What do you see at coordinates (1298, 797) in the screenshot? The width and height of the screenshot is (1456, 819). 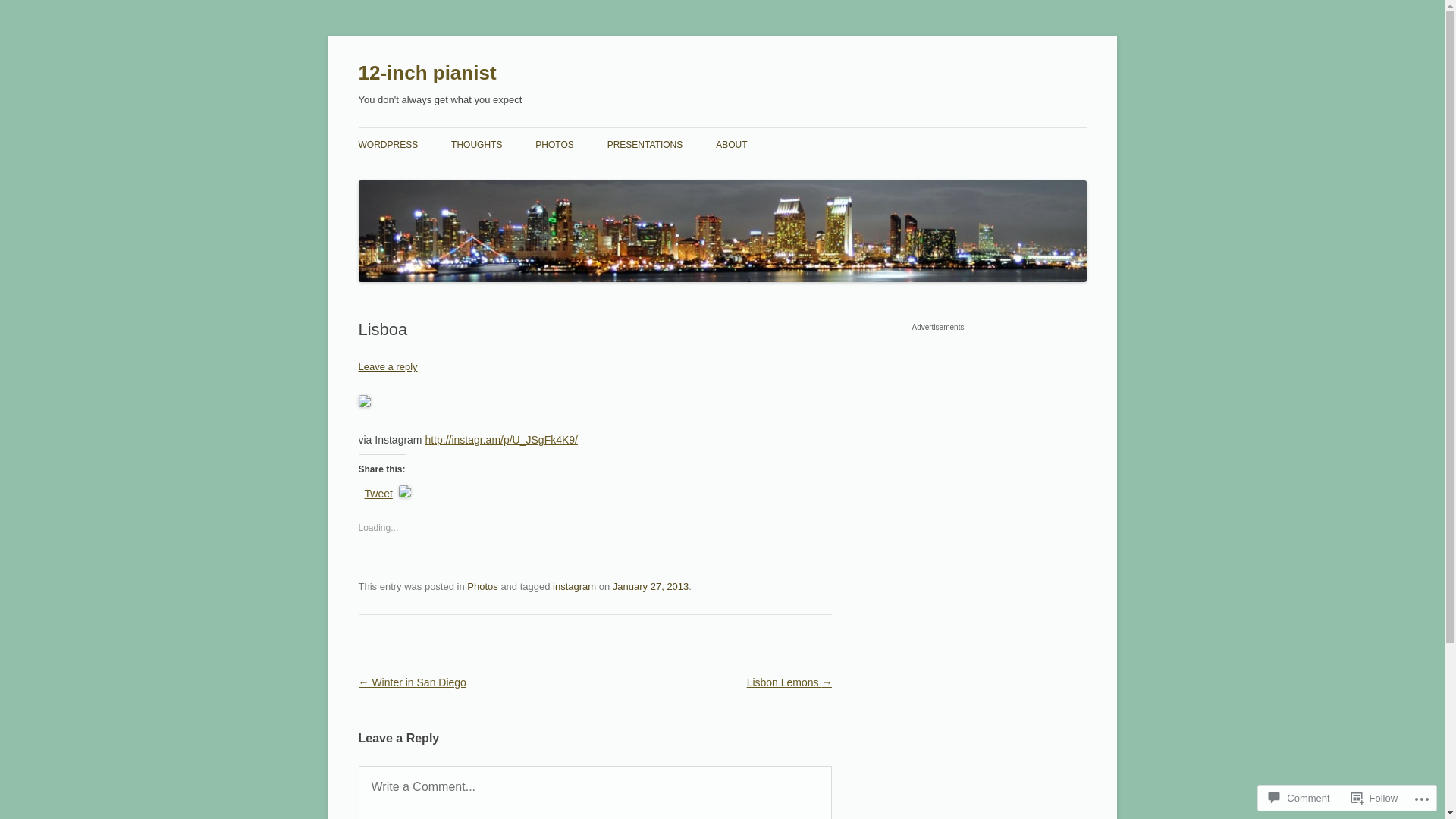 I see `'Comment'` at bounding box center [1298, 797].